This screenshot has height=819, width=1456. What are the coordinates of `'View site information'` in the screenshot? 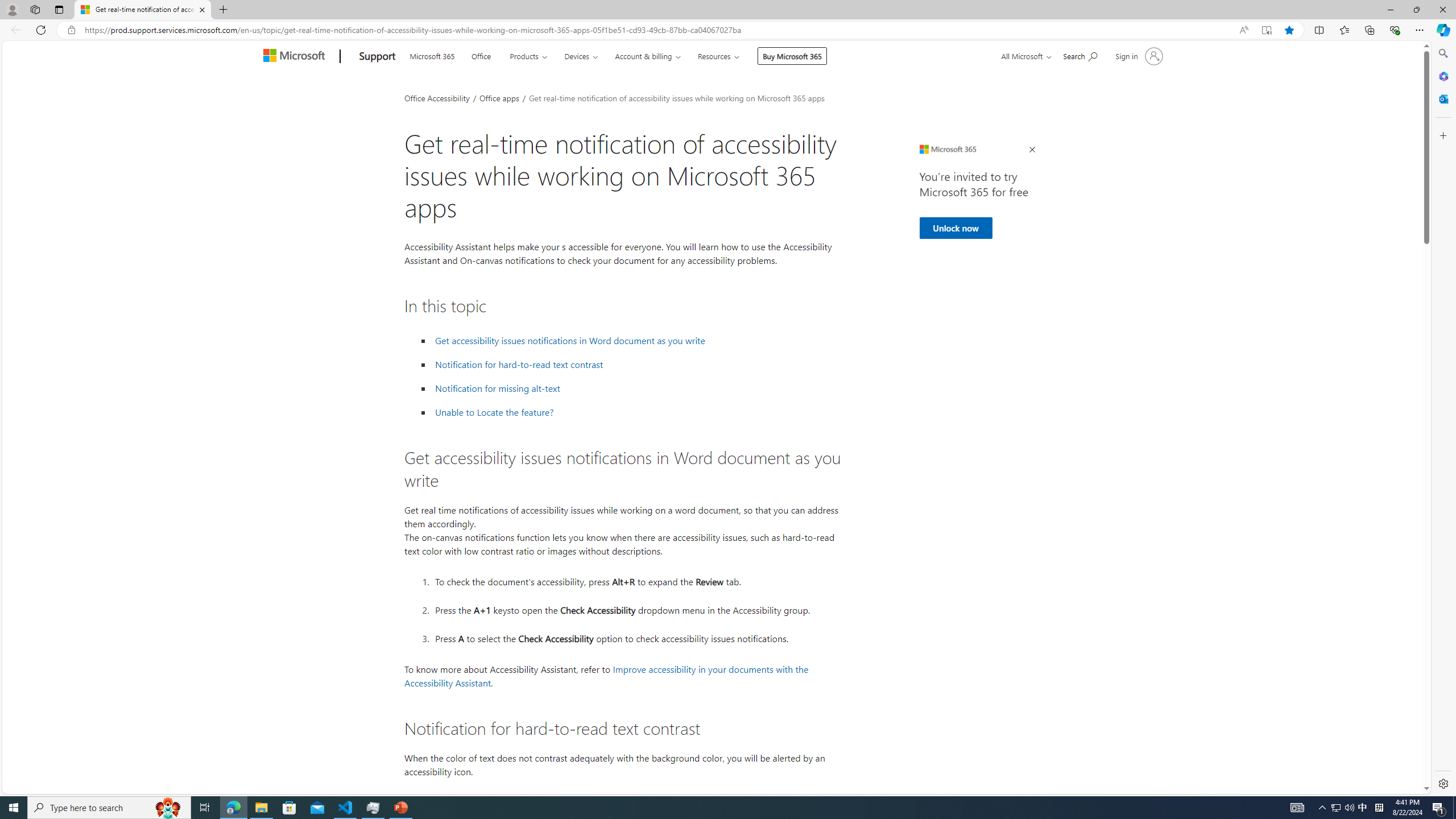 It's located at (71, 30).